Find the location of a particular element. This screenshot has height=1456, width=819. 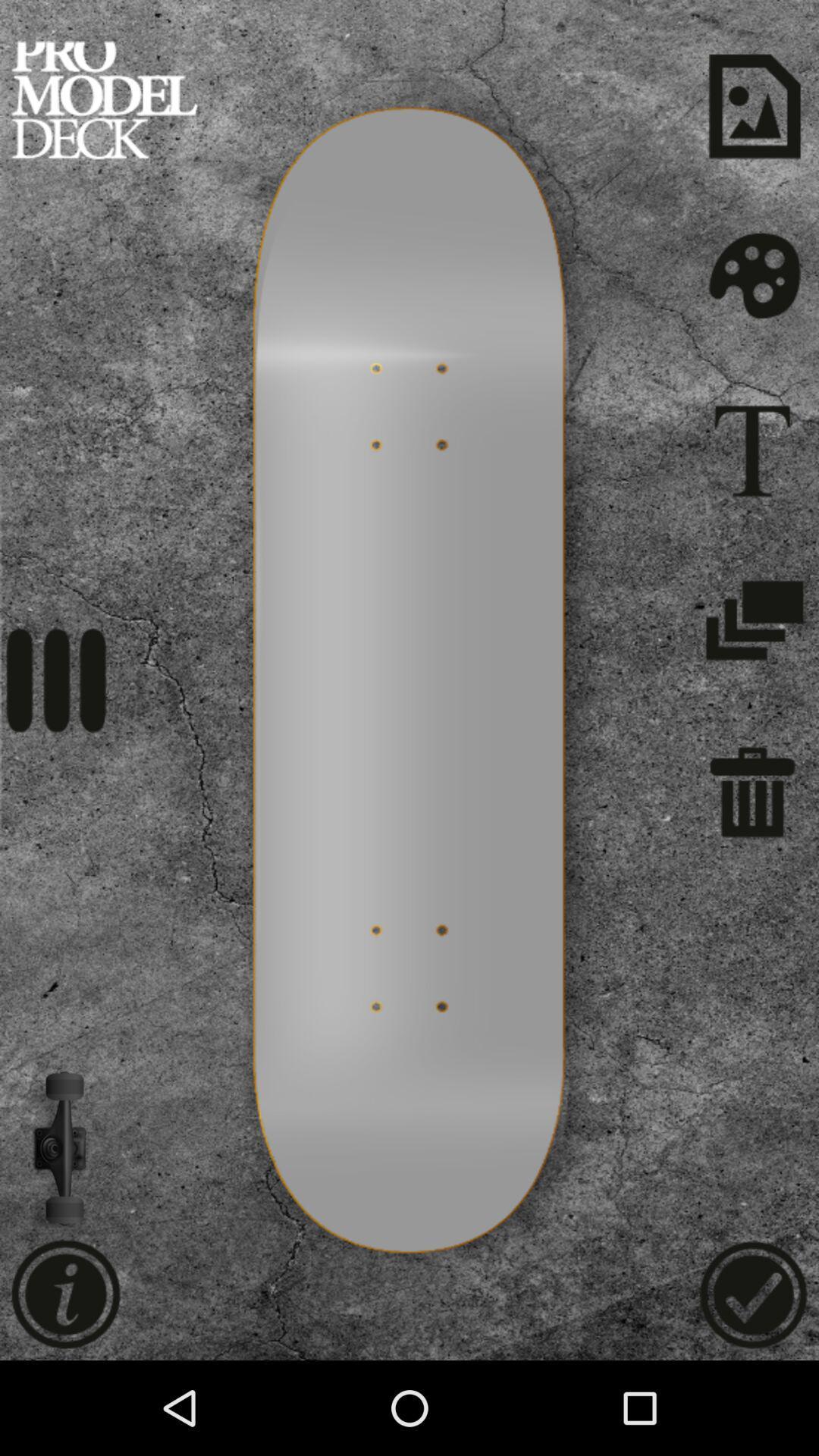

the delete icon is located at coordinates (752, 851).